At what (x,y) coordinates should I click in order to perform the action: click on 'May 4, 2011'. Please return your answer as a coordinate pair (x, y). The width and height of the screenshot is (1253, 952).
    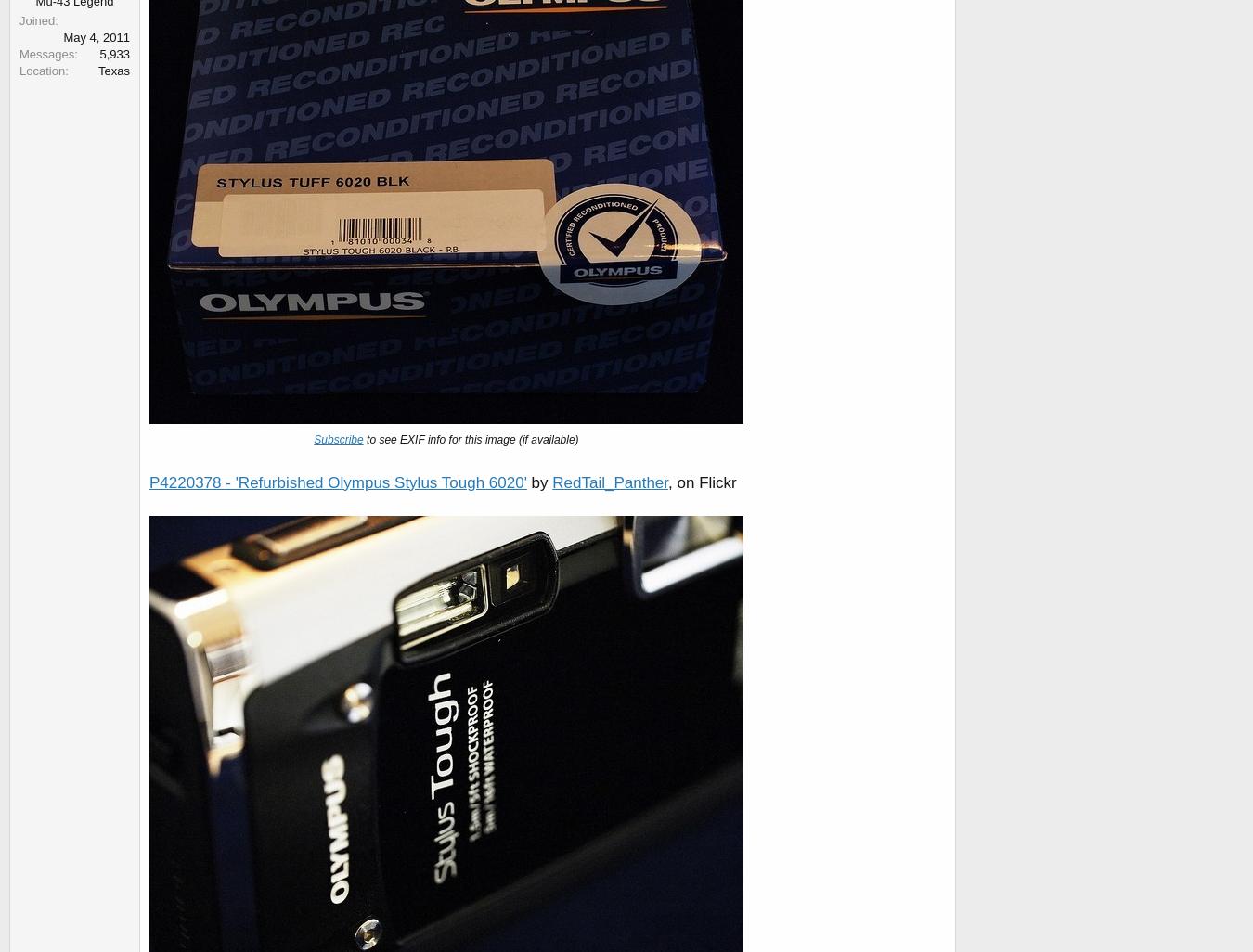
    Looking at the image, I should click on (95, 37).